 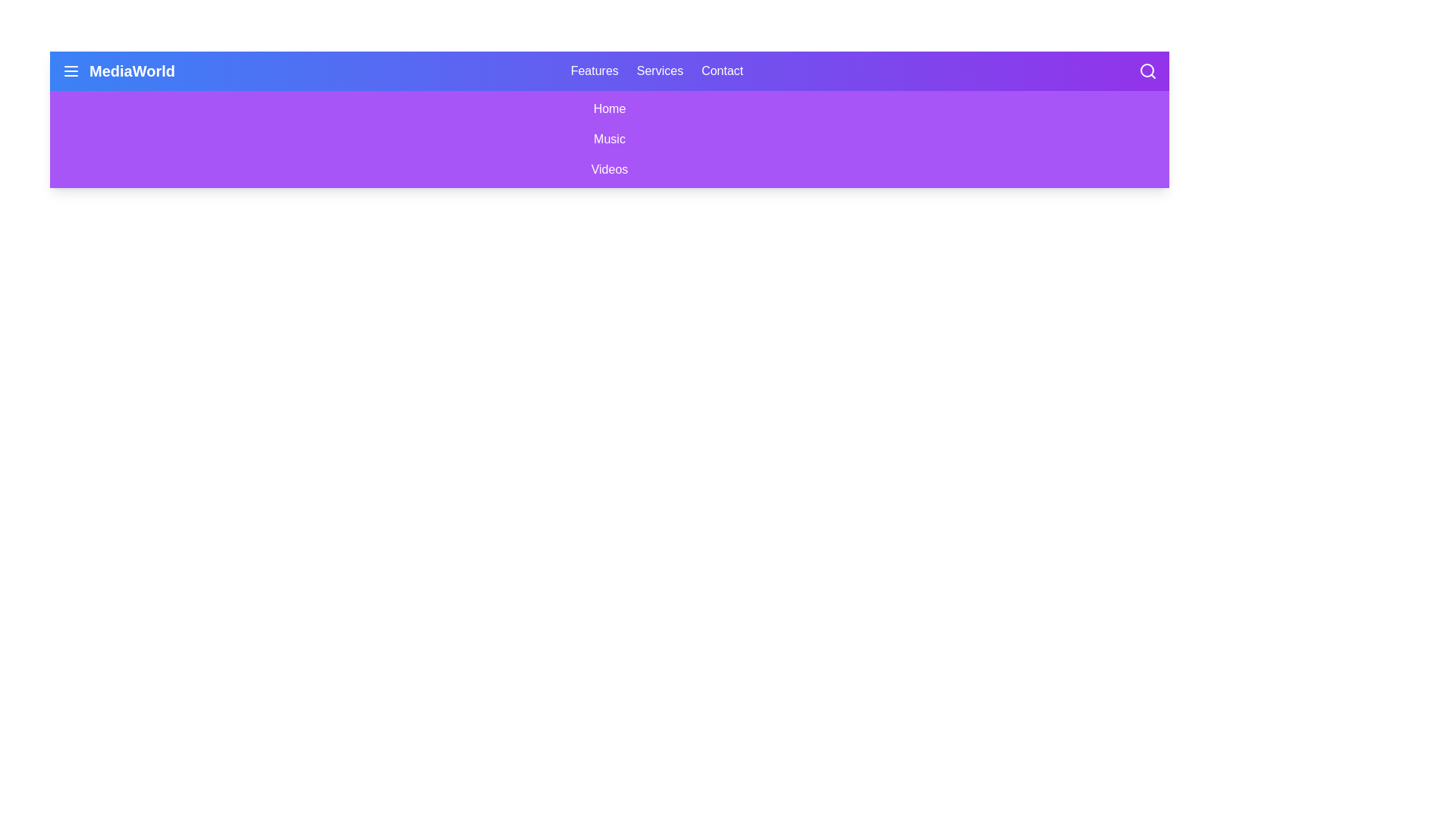 What do you see at coordinates (610, 71) in the screenshot?
I see `the Navigation bar at the top of the interface` at bounding box center [610, 71].